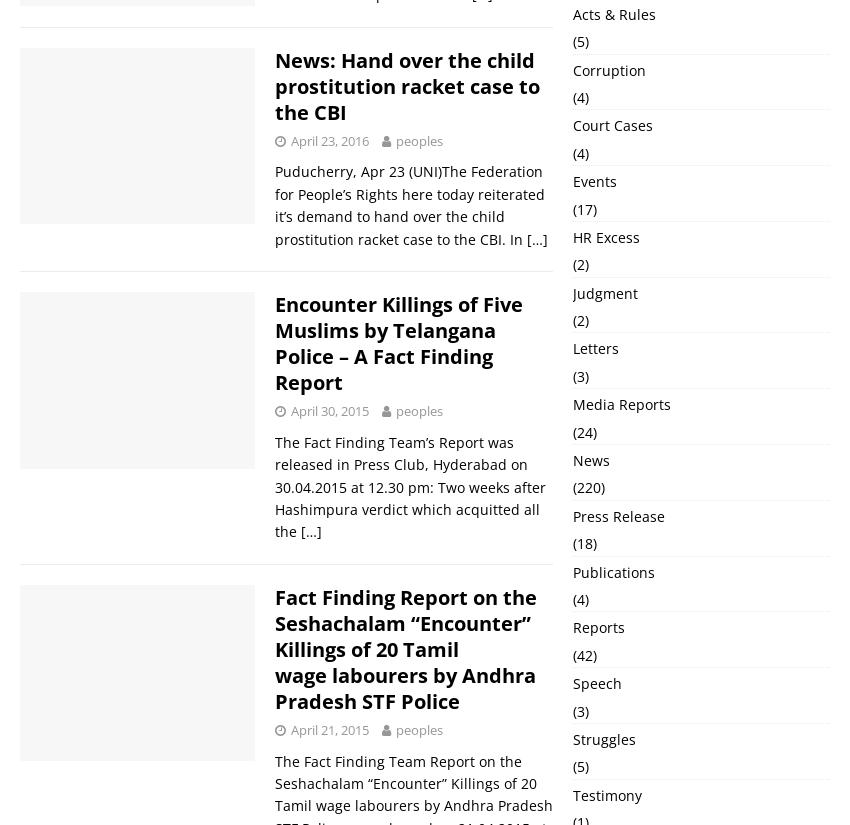 The image size is (850, 825). Describe the element at coordinates (584, 543) in the screenshot. I see `'(18)'` at that location.